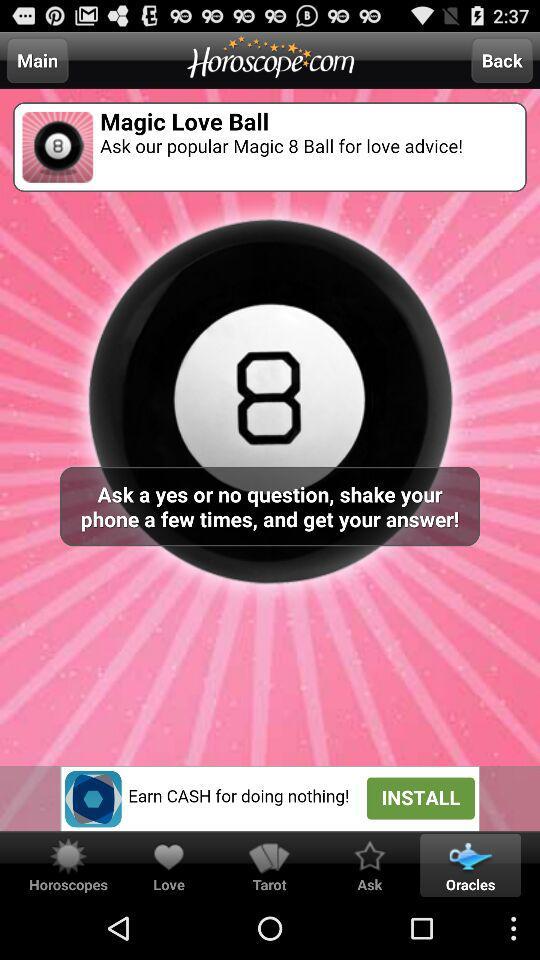 The width and height of the screenshot is (540, 960). What do you see at coordinates (270, 798) in the screenshot?
I see `open advertisement` at bounding box center [270, 798].